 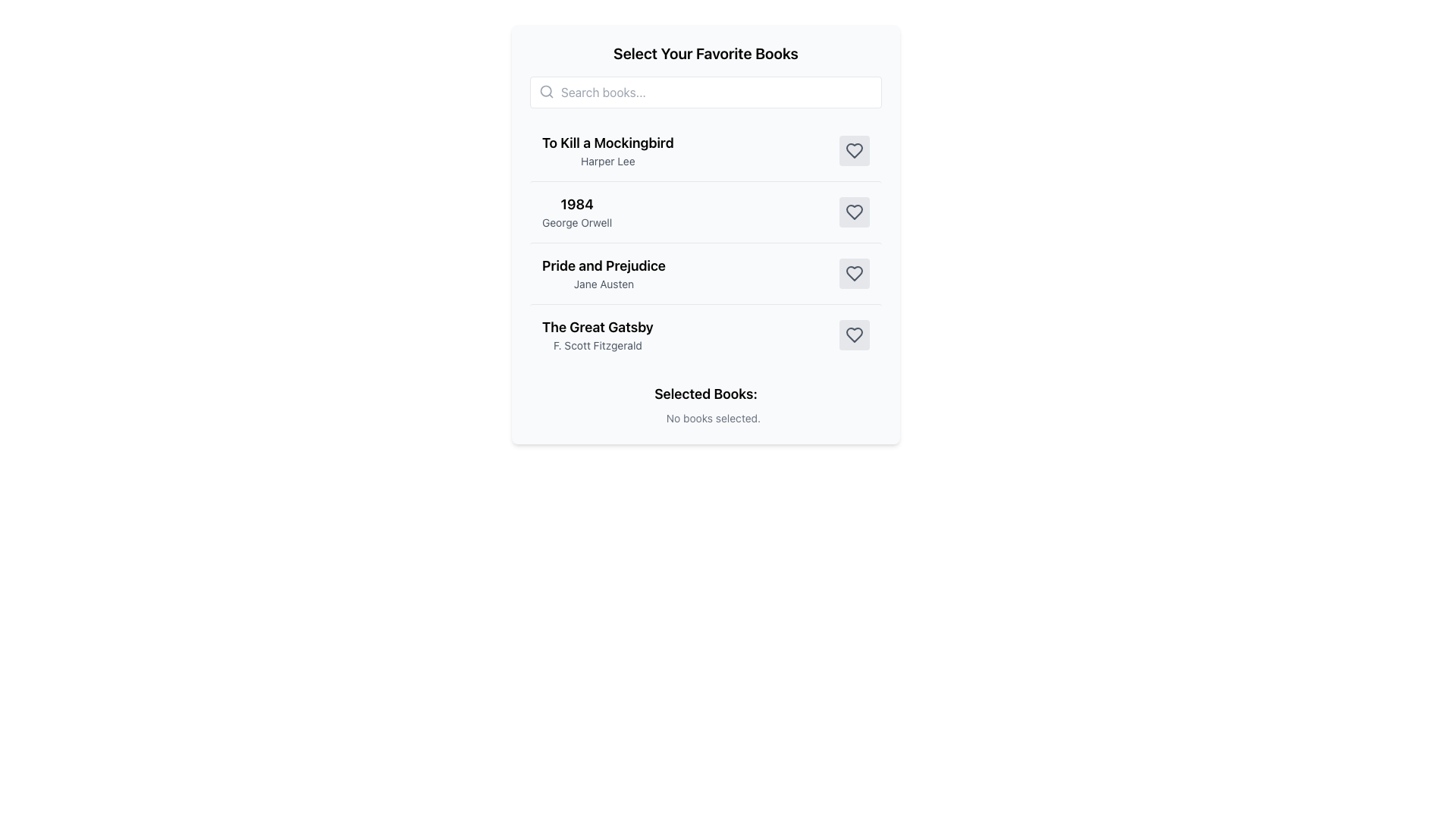 What do you see at coordinates (705, 273) in the screenshot?
I see `or interact with the list item for 'Pride and Prejudice' by Jane Austen to view more details about the book` at bounding box center [705, 273].